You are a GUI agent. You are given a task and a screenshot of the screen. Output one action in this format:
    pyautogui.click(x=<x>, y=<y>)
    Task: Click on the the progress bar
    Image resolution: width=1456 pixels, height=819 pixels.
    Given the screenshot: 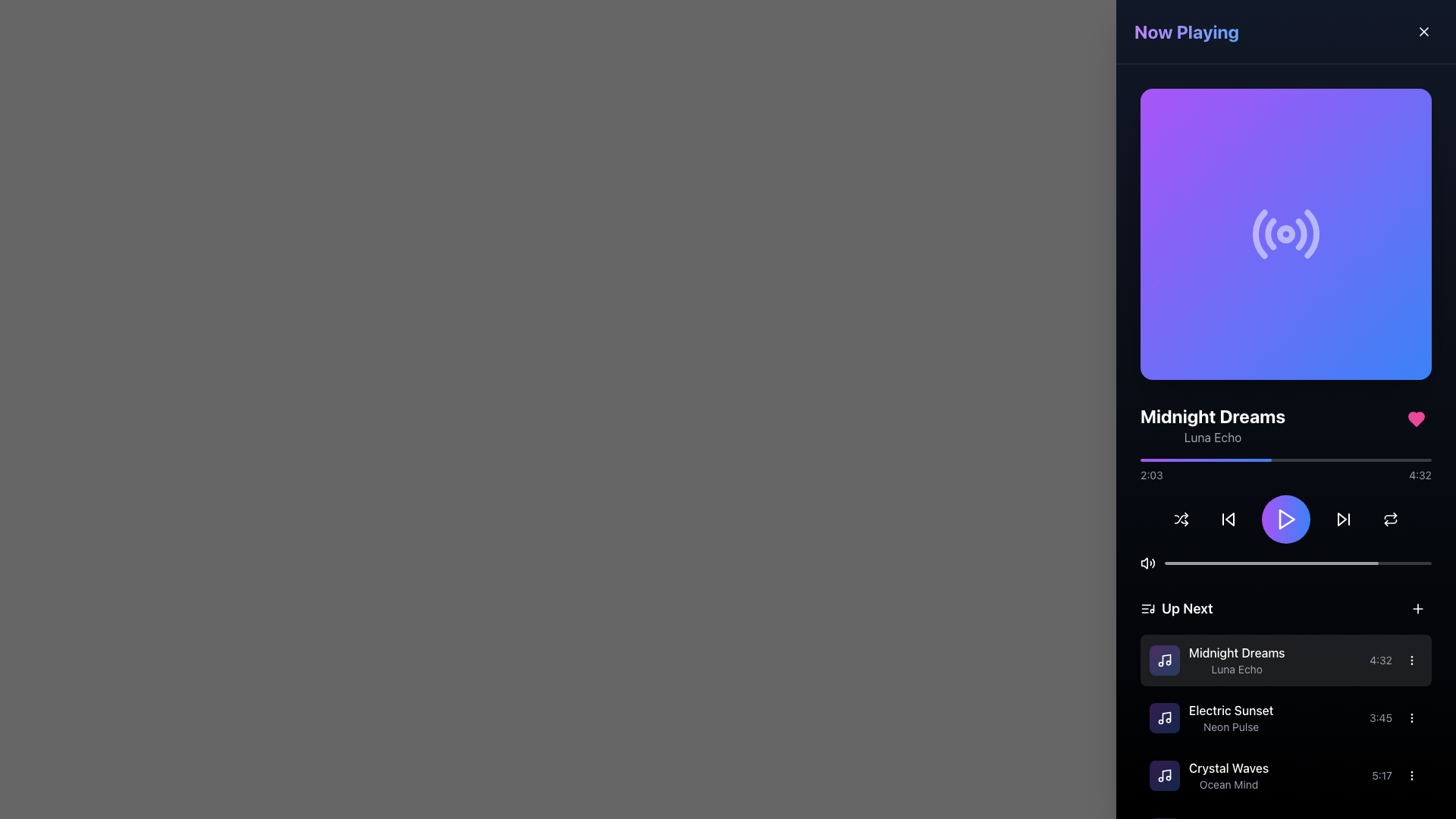 What is the action you would take?
    pyautogui.click(x=1236, y=459)
    